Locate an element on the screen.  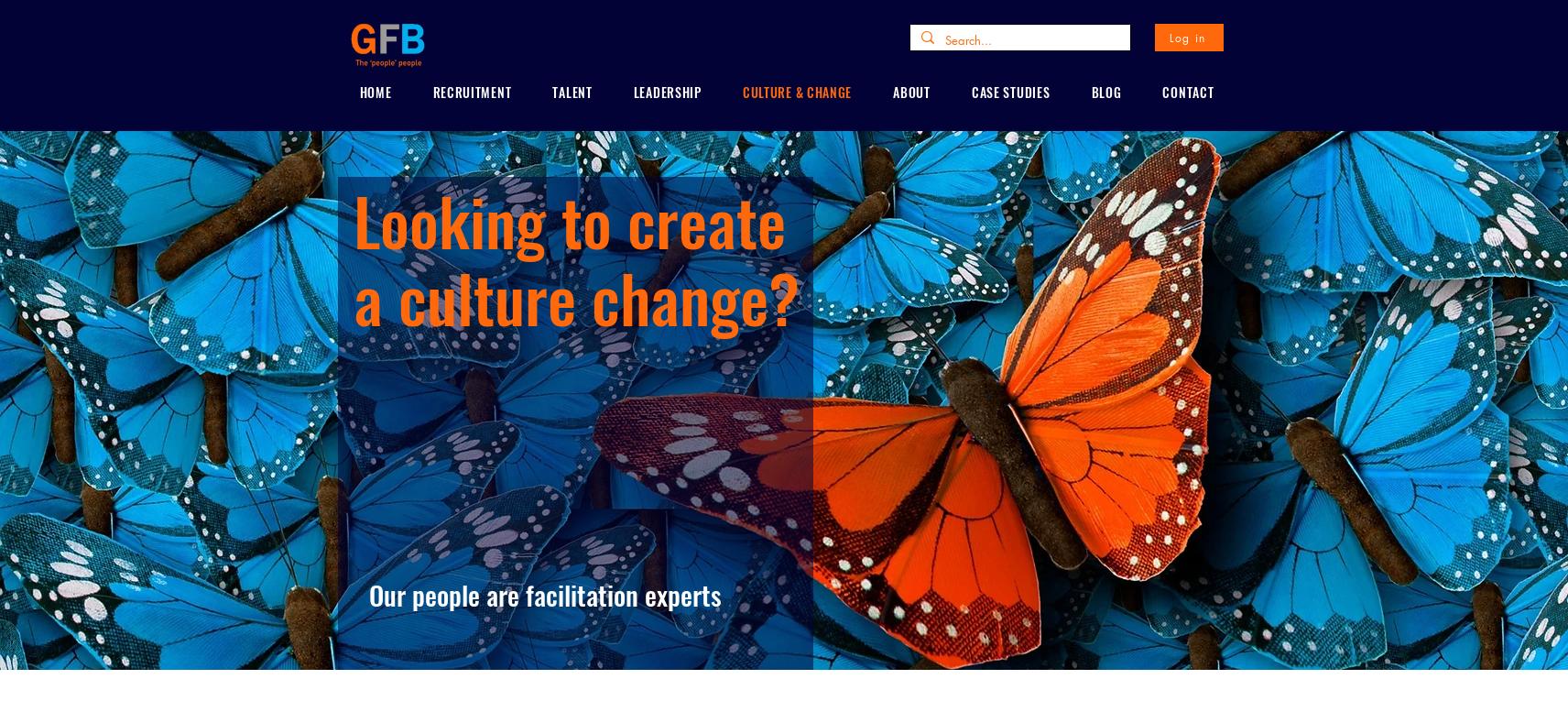
'LEADERSHIP' is located at coordinates (666, 91).